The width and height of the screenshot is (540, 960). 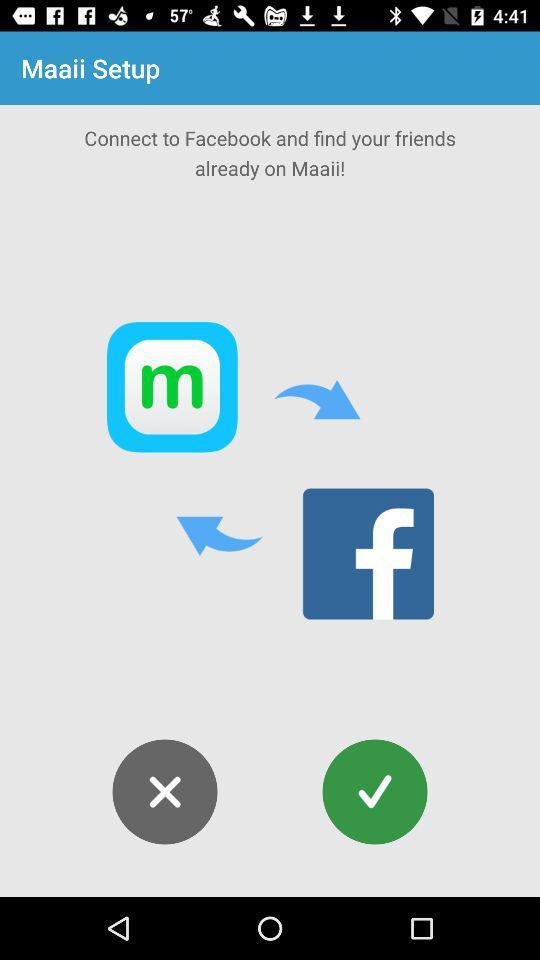 What do you see at coordinates (374, 792) in the screenshot?
I see `connect facebook to maii` at bounding box center [374, 792].